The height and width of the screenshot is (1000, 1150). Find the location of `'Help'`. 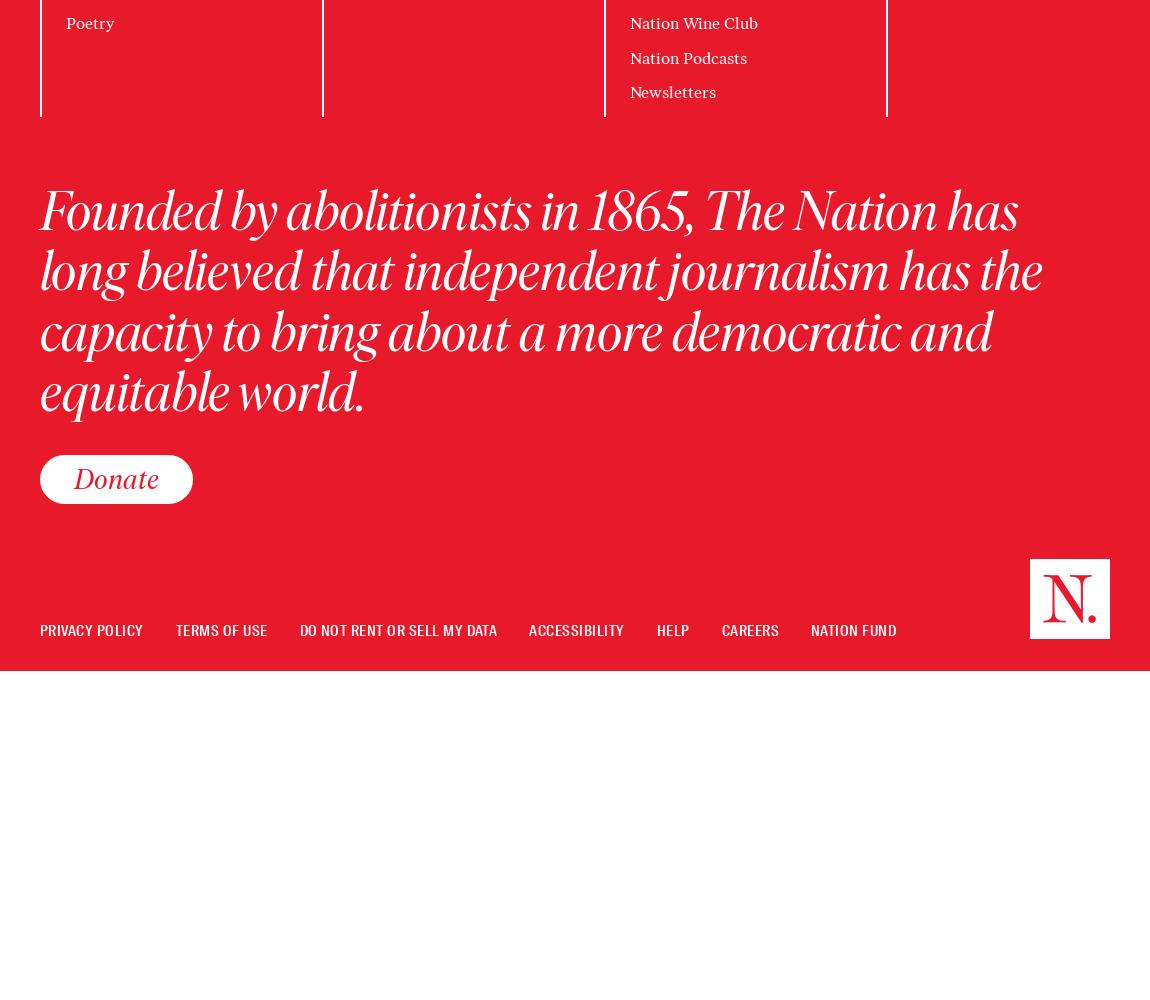

'Help' is located at coordinates (671, 630).